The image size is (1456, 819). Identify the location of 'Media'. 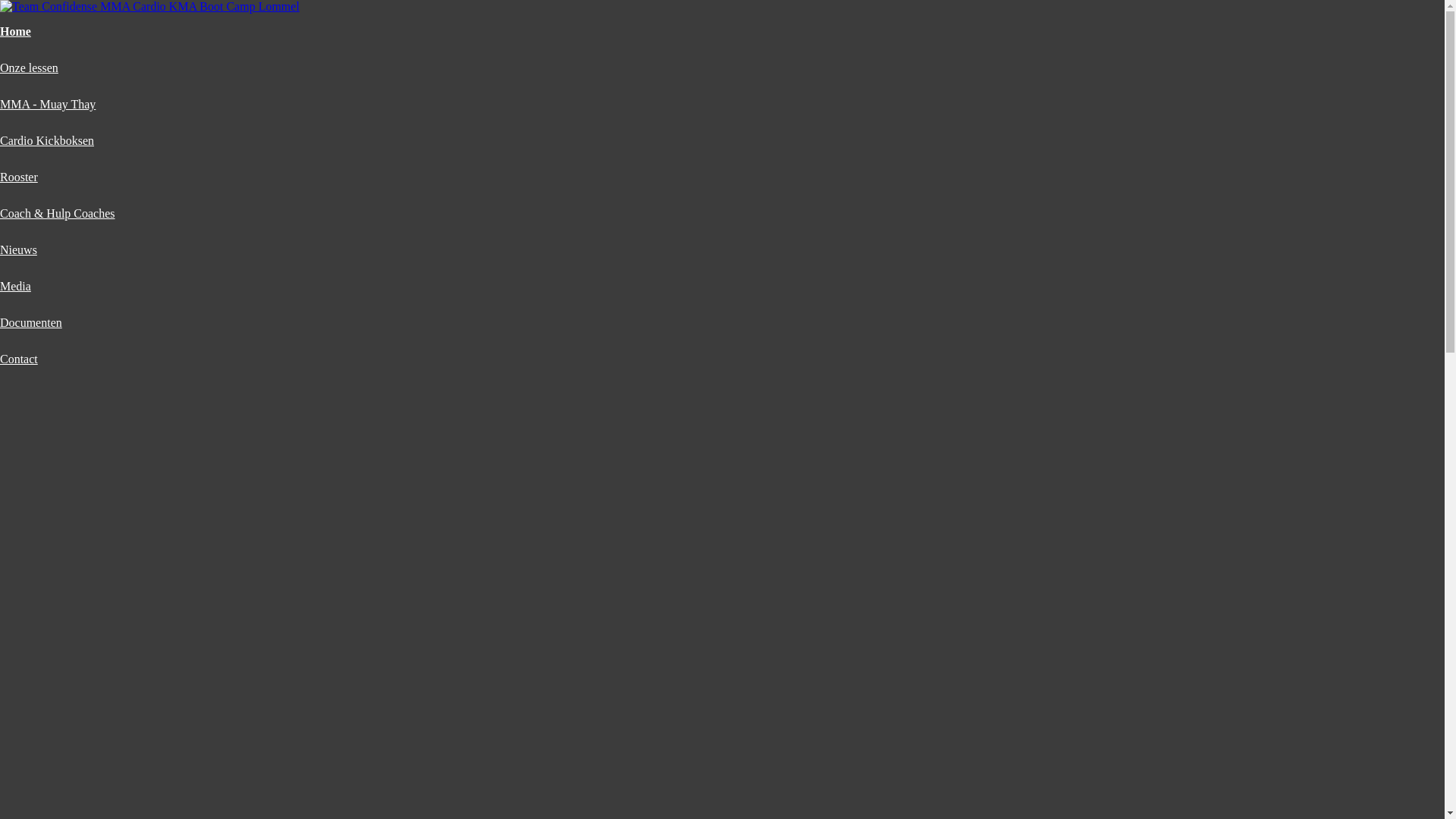
(15, 286).